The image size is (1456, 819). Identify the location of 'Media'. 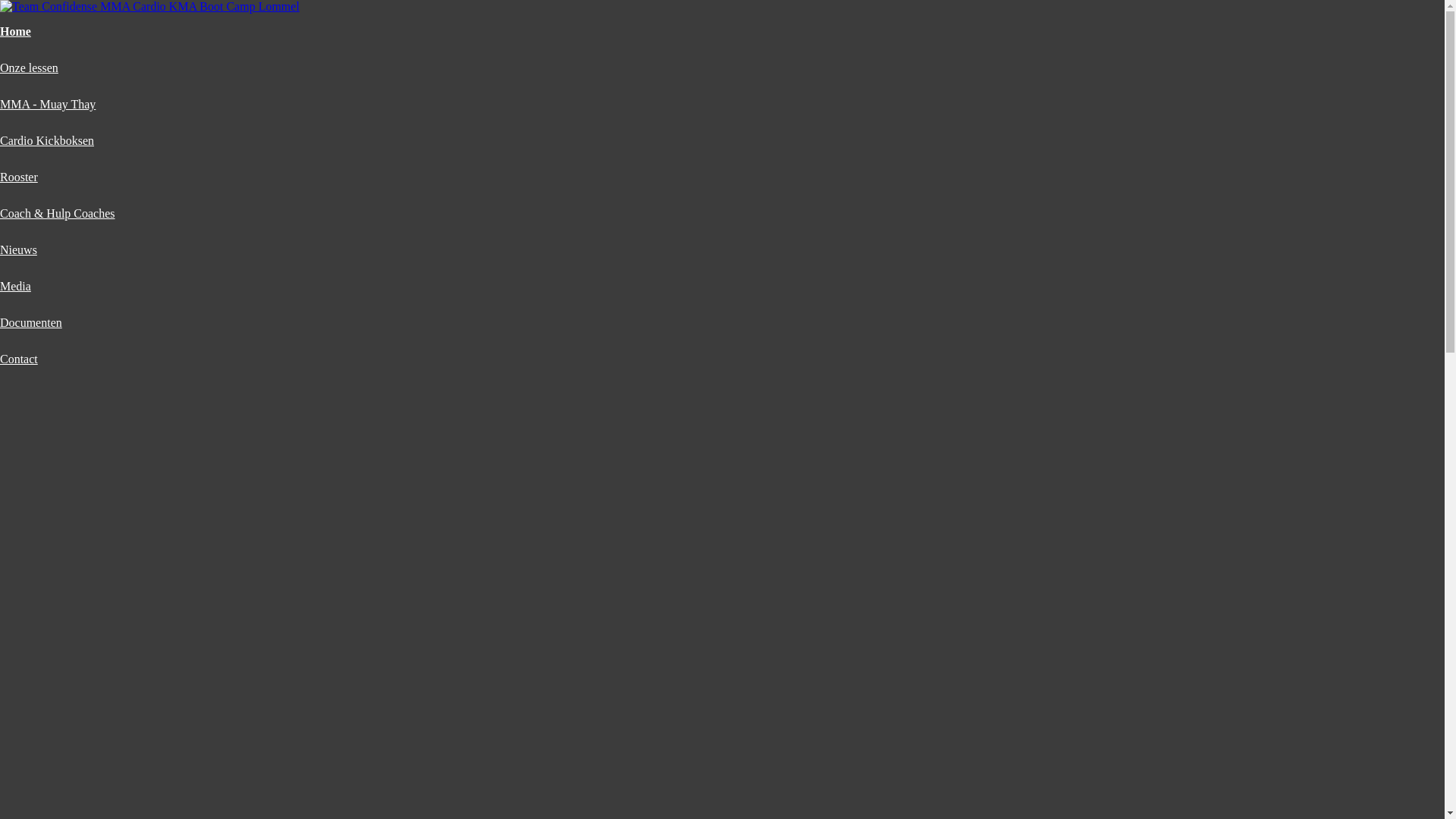
(15, 286).